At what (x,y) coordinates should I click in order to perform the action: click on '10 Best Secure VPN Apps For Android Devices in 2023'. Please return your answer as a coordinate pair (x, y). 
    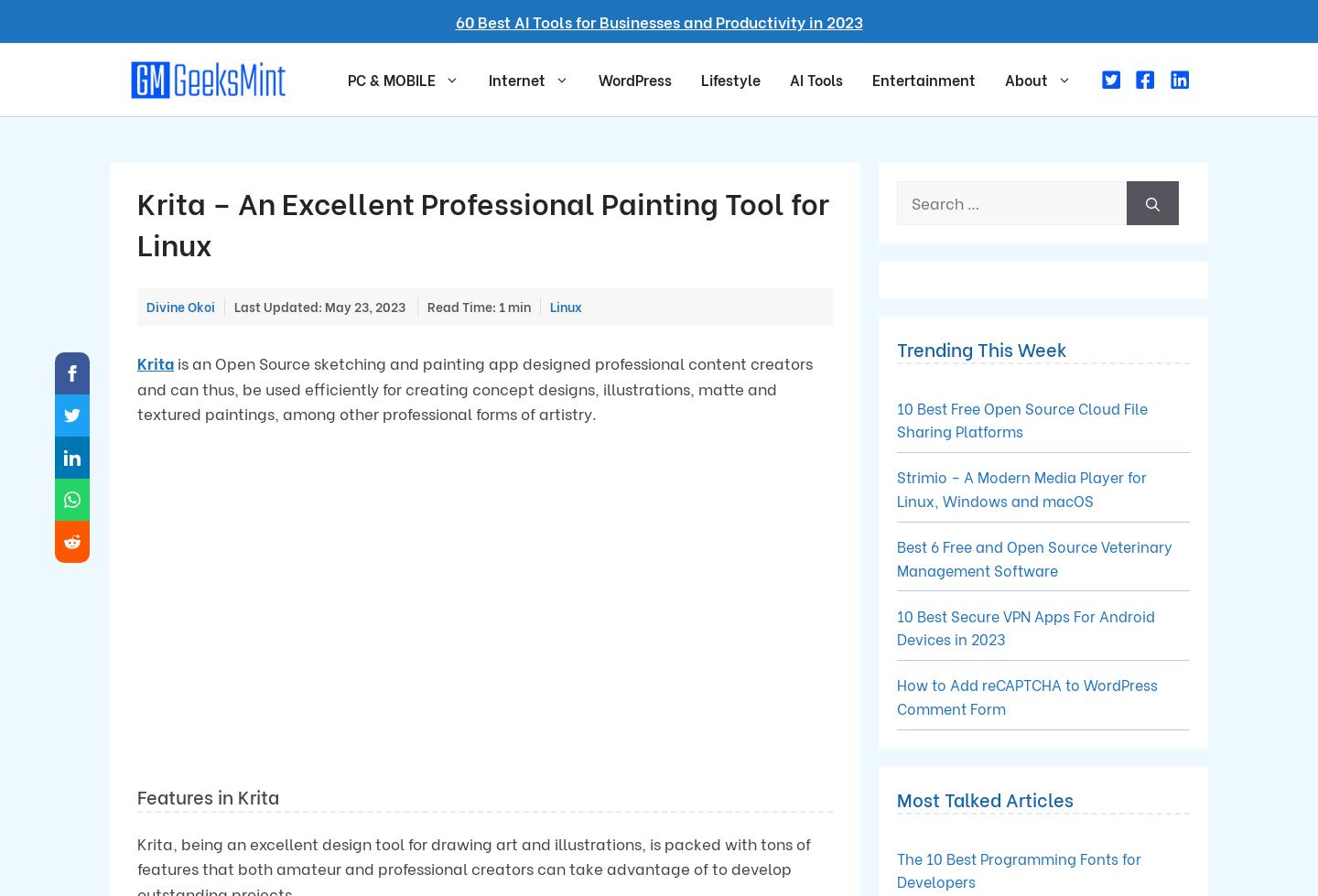
    Looking at the image, I should click on (896, 625).